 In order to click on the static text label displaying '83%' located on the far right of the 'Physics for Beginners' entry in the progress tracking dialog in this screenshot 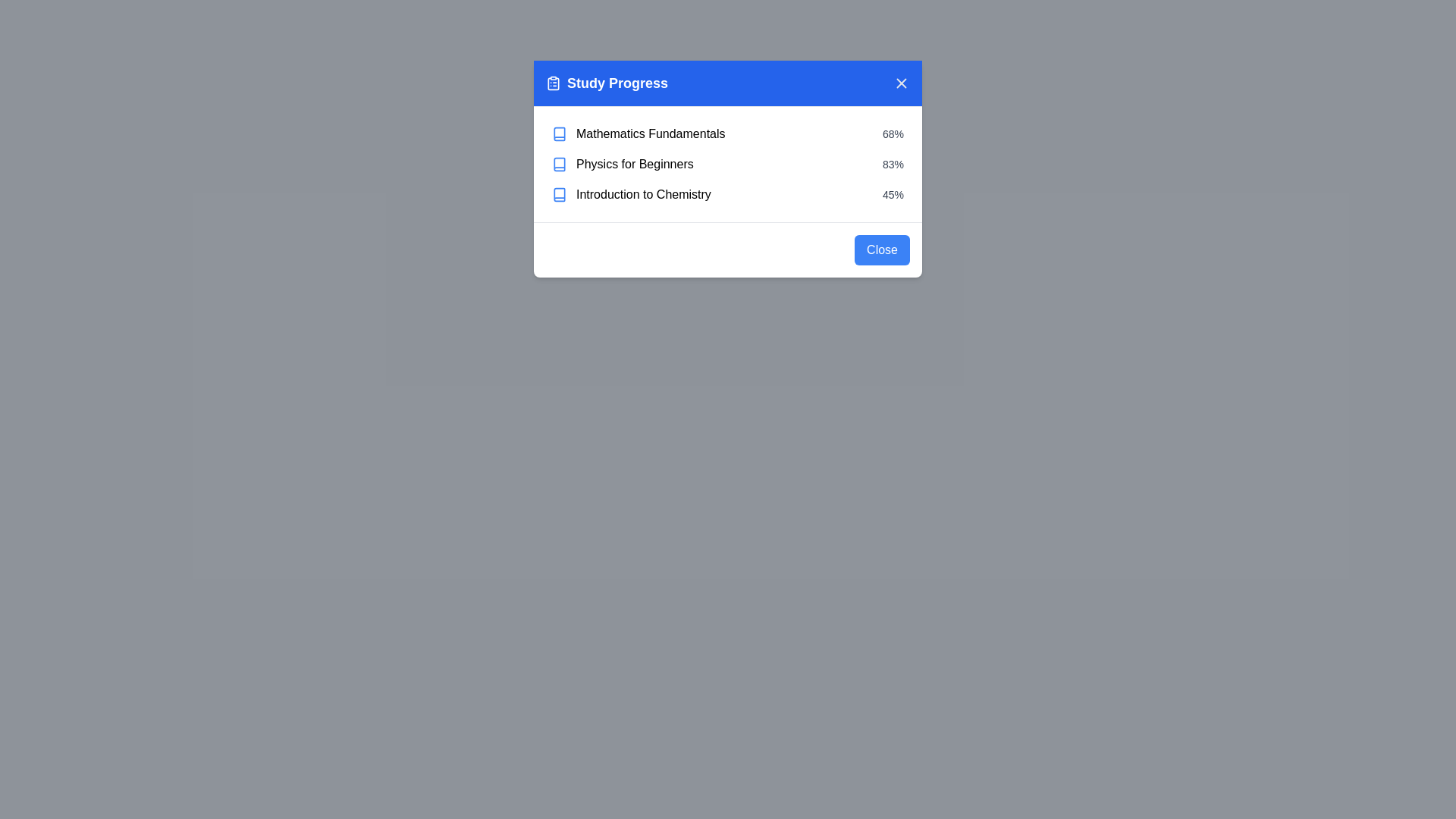, I will do `click(893, 164)`.